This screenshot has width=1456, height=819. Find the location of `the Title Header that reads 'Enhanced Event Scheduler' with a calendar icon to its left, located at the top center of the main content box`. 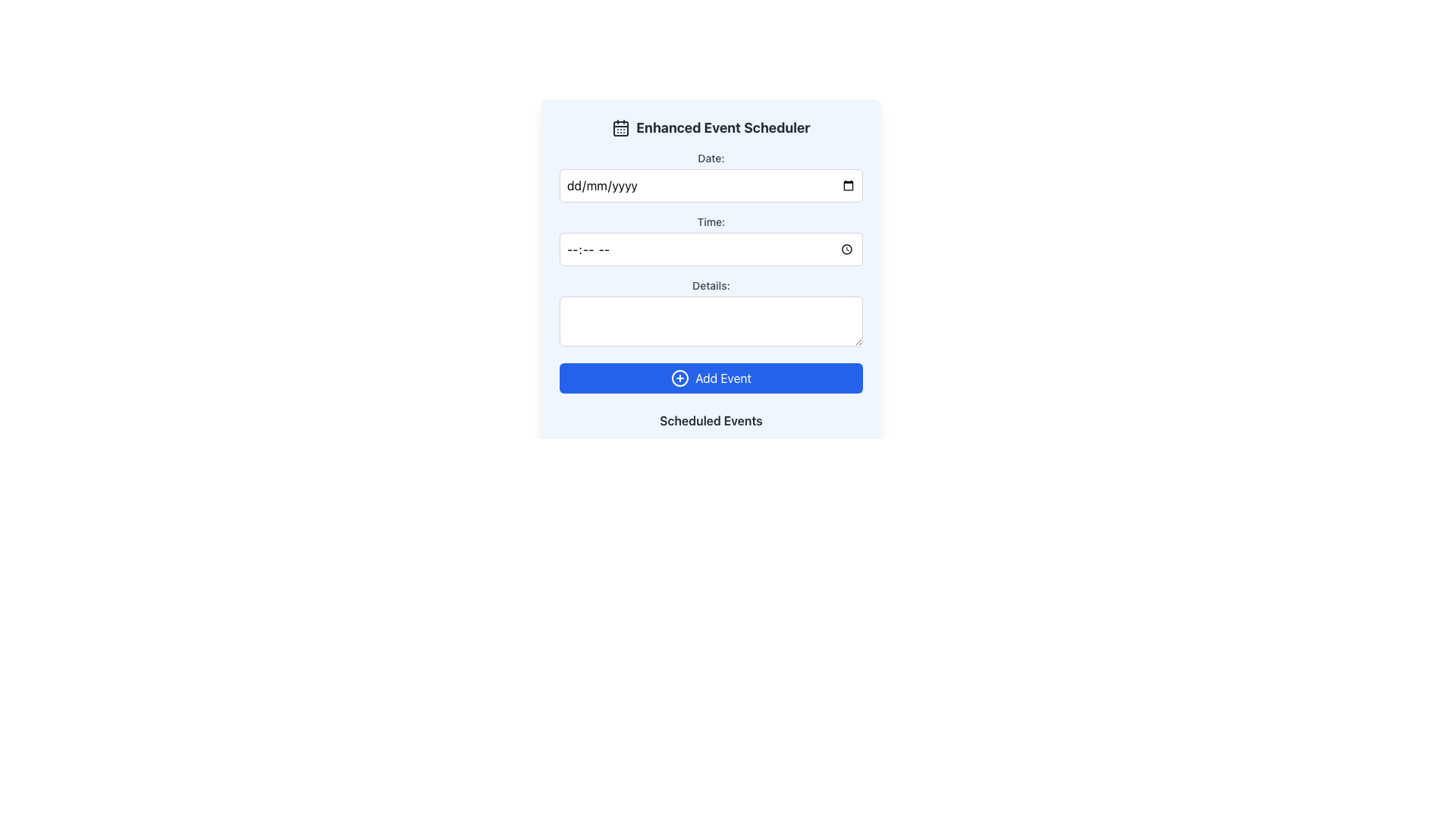

the Title Header that reads 'Enhanced Event Scheduler' with a calendar icon to its left, located at the top center of the main content box is located at coordinates (710, 127).